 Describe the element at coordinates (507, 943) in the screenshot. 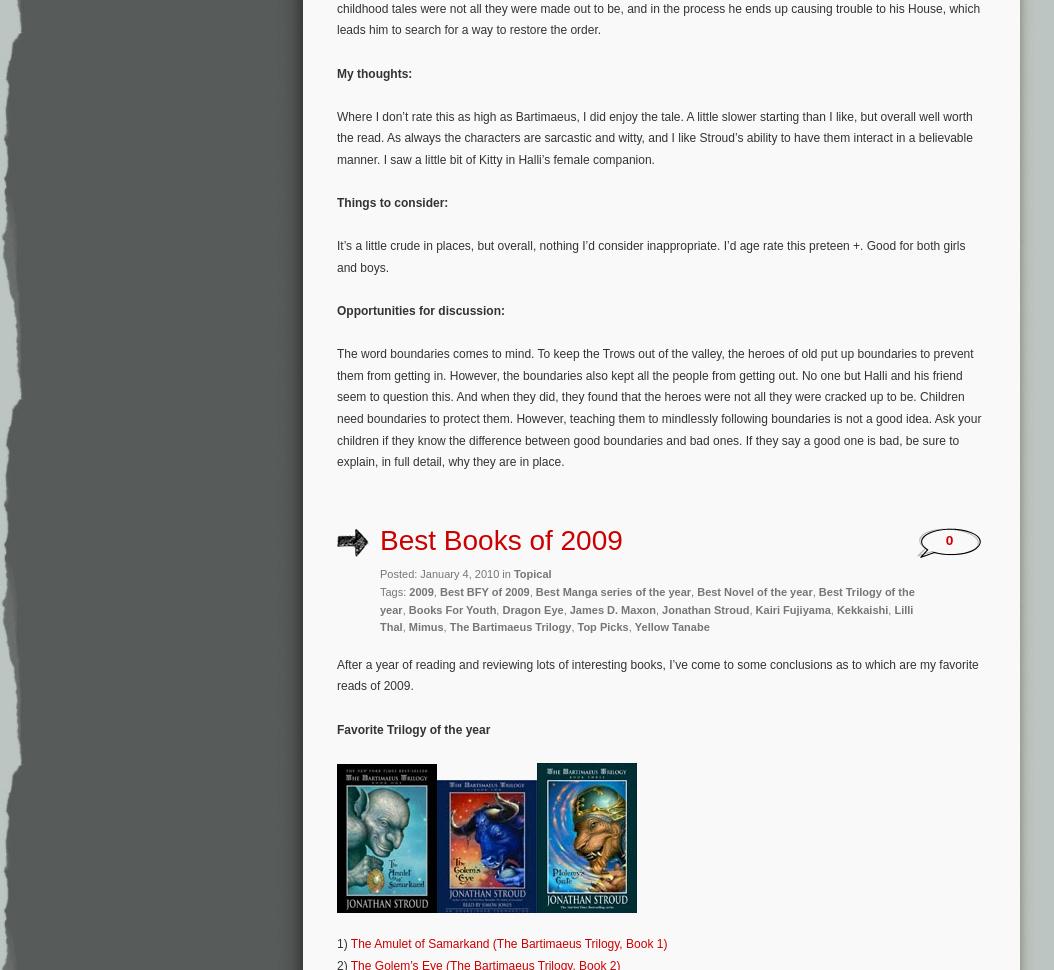

I see `'The Amulet of Samarkand (The Bartimaeus Trilogy, Book 1)'` at that location.